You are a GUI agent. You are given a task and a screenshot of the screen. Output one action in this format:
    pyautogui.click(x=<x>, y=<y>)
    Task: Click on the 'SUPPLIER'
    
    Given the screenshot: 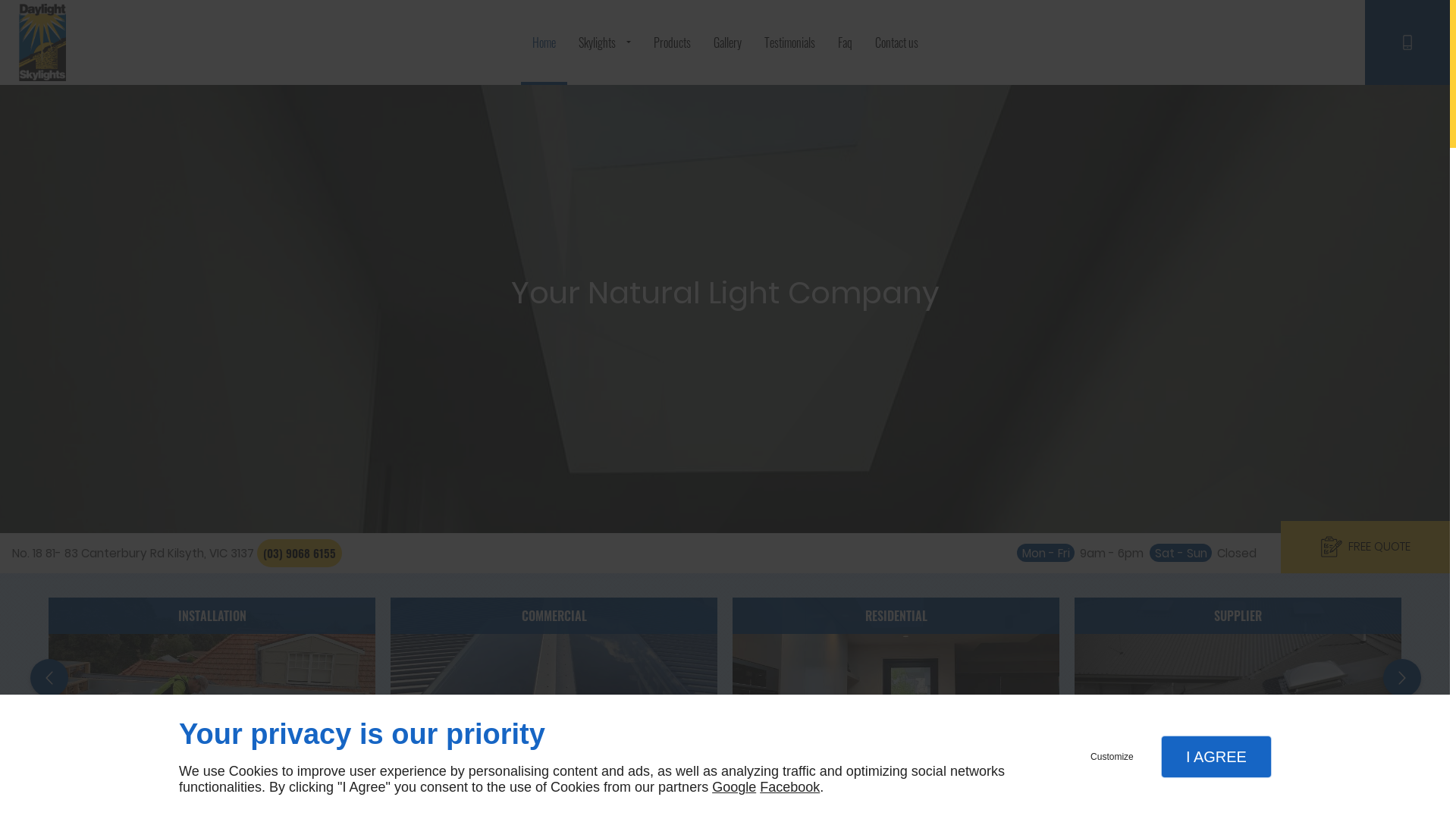 What is the action you would take?
    pyautogui.click(x=1238, y=681)
    